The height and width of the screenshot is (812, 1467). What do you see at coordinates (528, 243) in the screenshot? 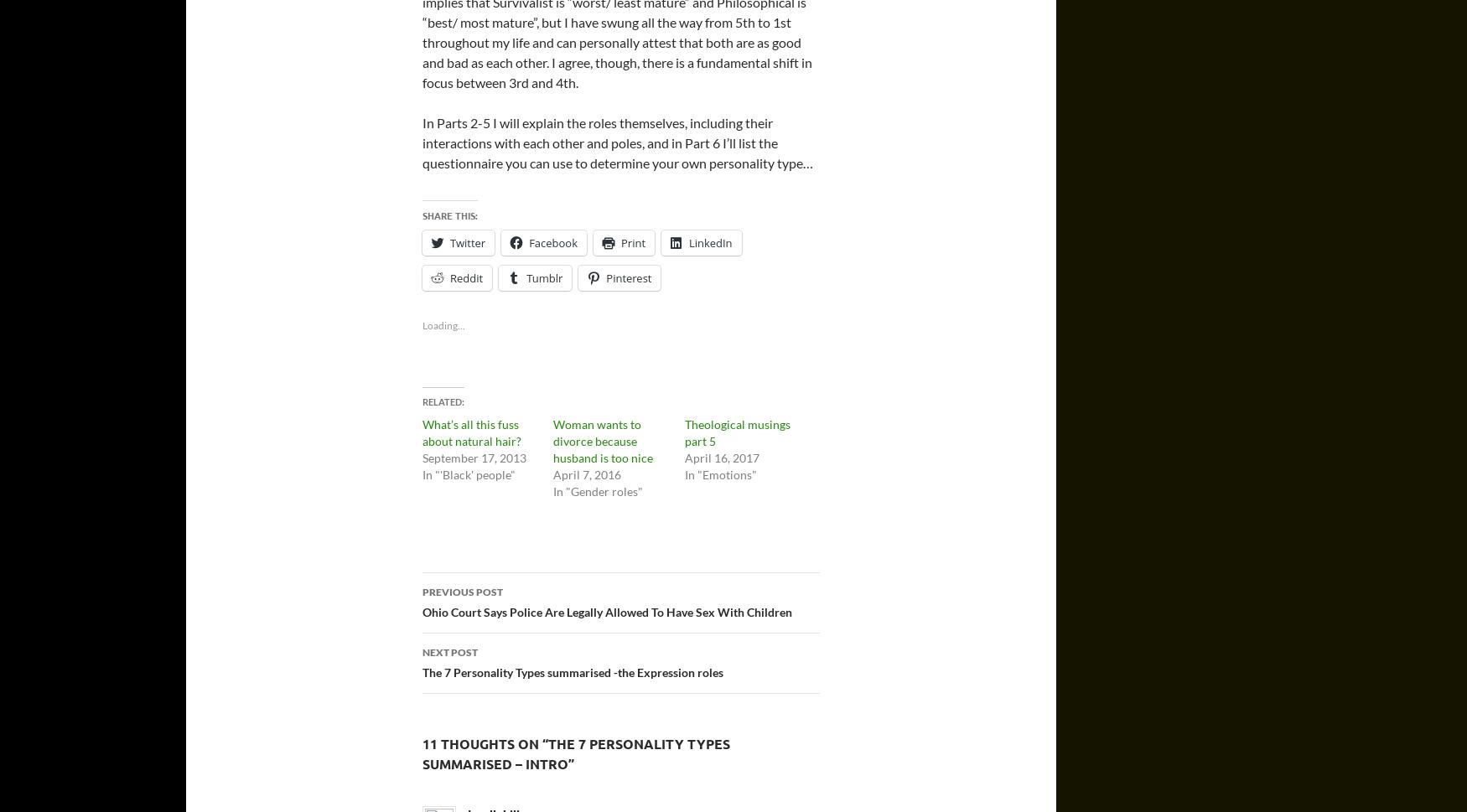
I see `'Facebook'` at bounding box center [528, 243].